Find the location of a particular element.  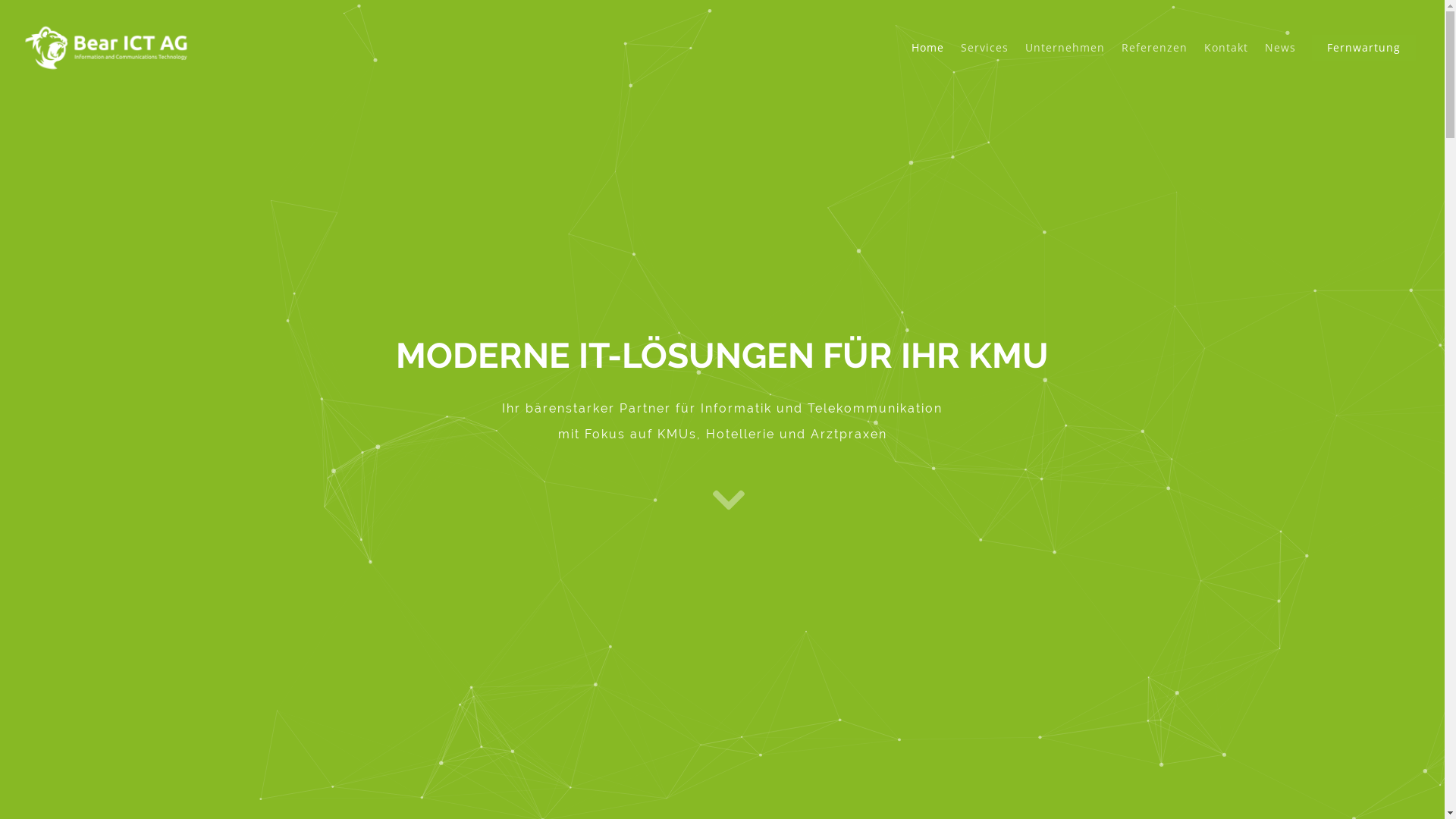

'Kontakt' is located at coordinates (1226, 58).